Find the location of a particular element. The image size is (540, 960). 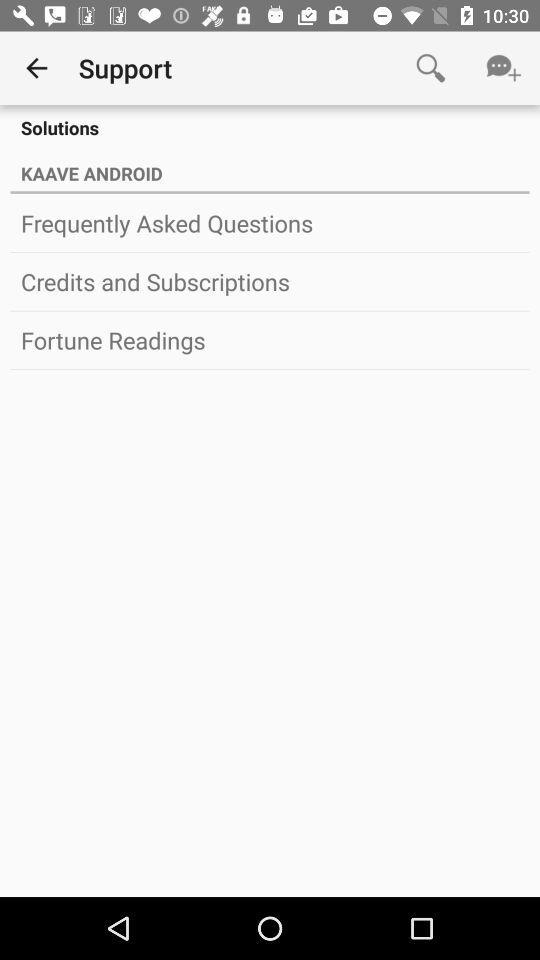

the kaave android icon is located at coordinates (270, 169).